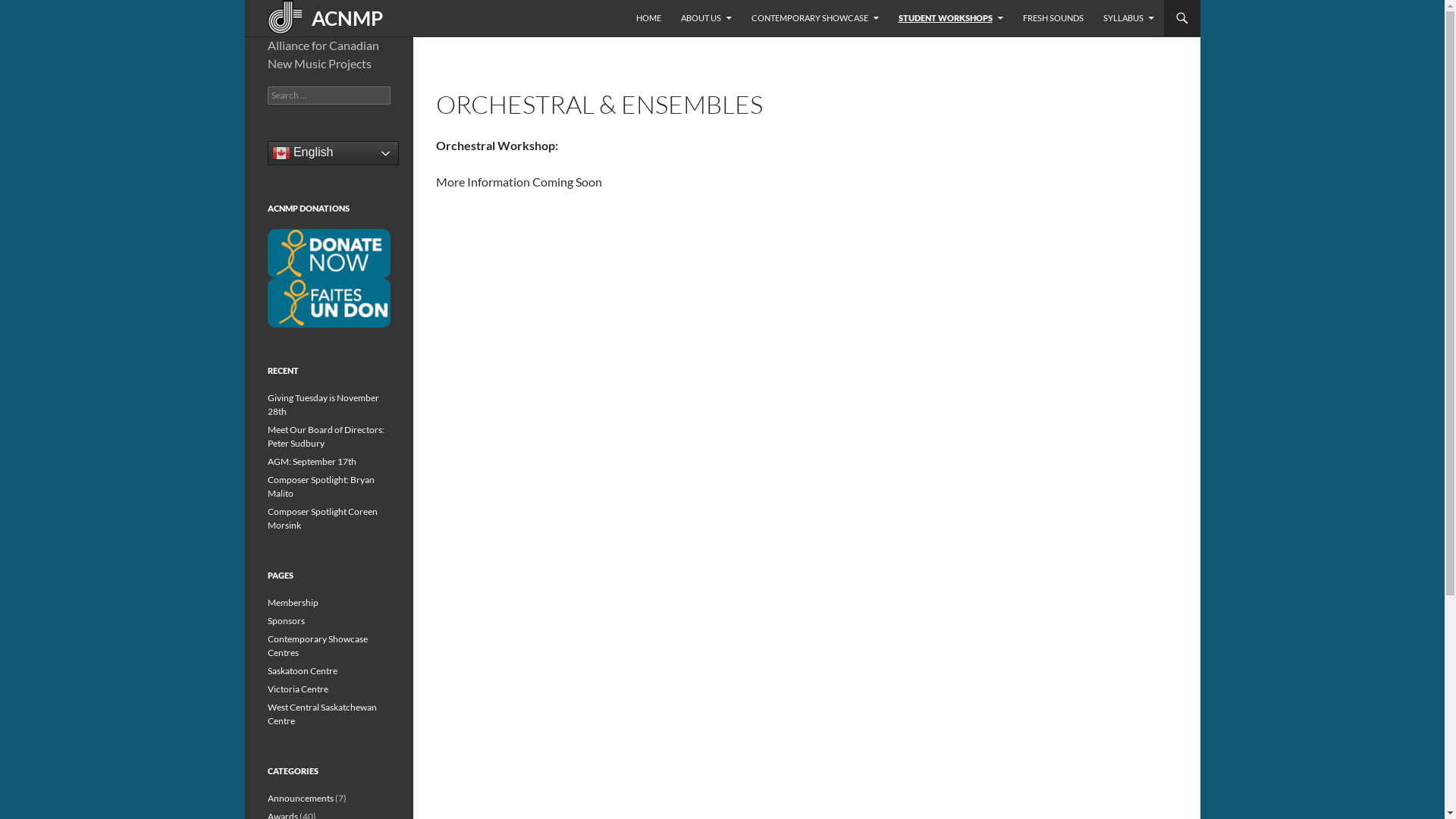 The image size is (1456, 819). What do you see at coordinates (331, 152) in the screenshot?
I see `'English'` at bounding box center [331, 152].